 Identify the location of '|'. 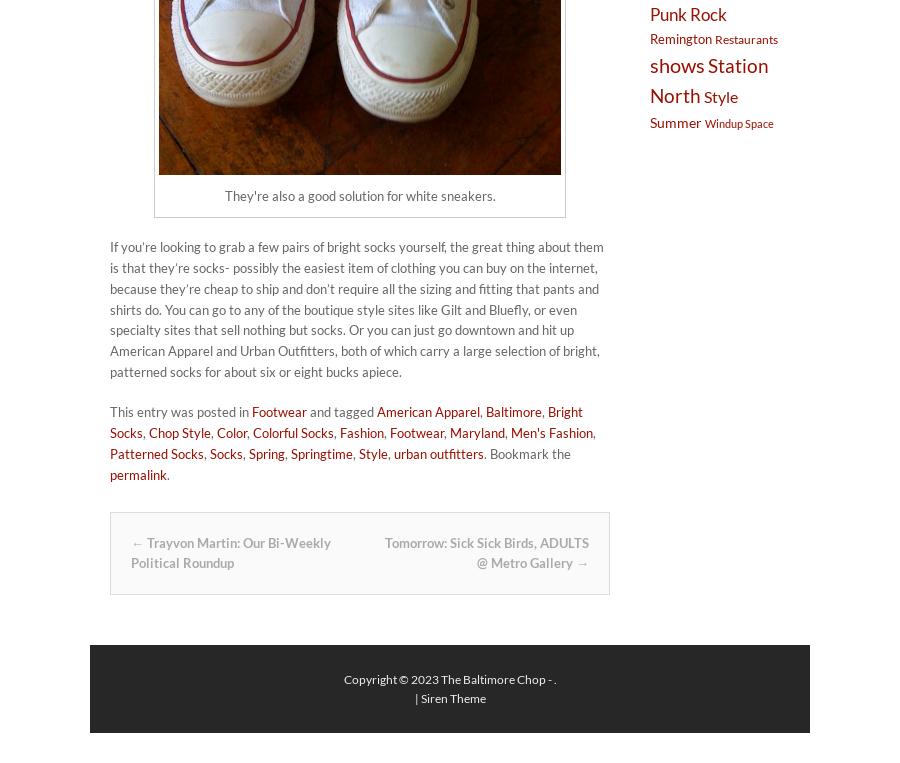
(416, 696).